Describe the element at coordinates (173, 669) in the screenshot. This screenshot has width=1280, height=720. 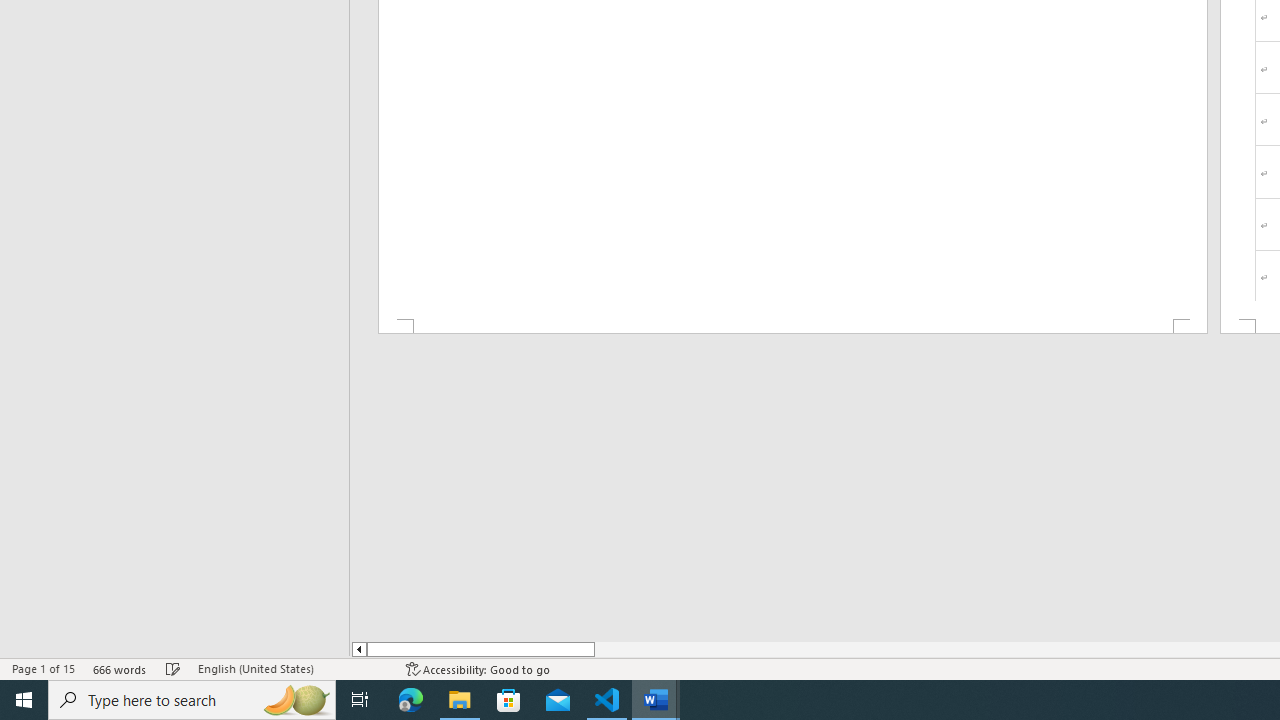
I see `'Spelling and Grammar Check Checking'` at that location.